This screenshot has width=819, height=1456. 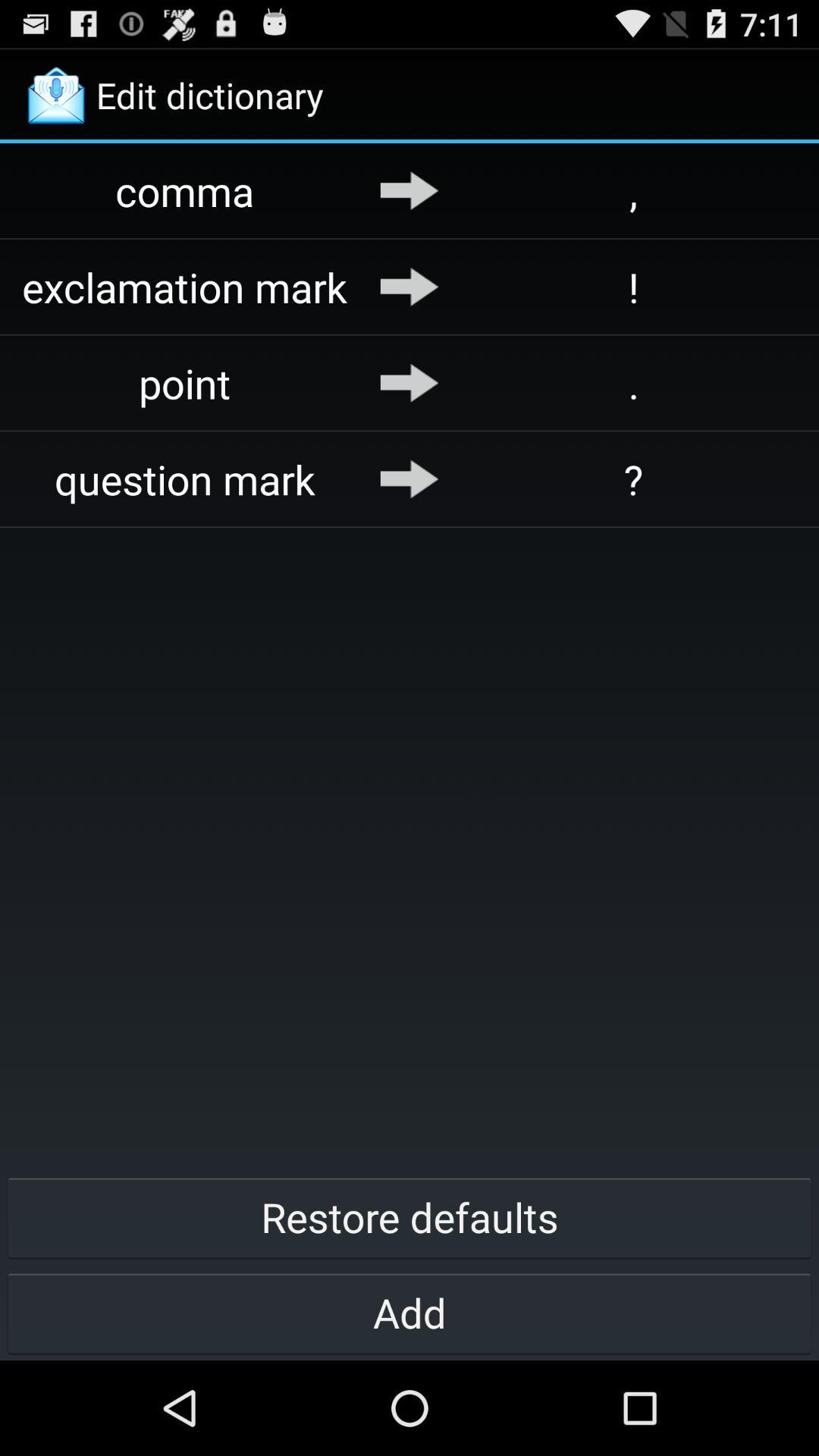 I want to click on comma app, so click(x=184, y=190).